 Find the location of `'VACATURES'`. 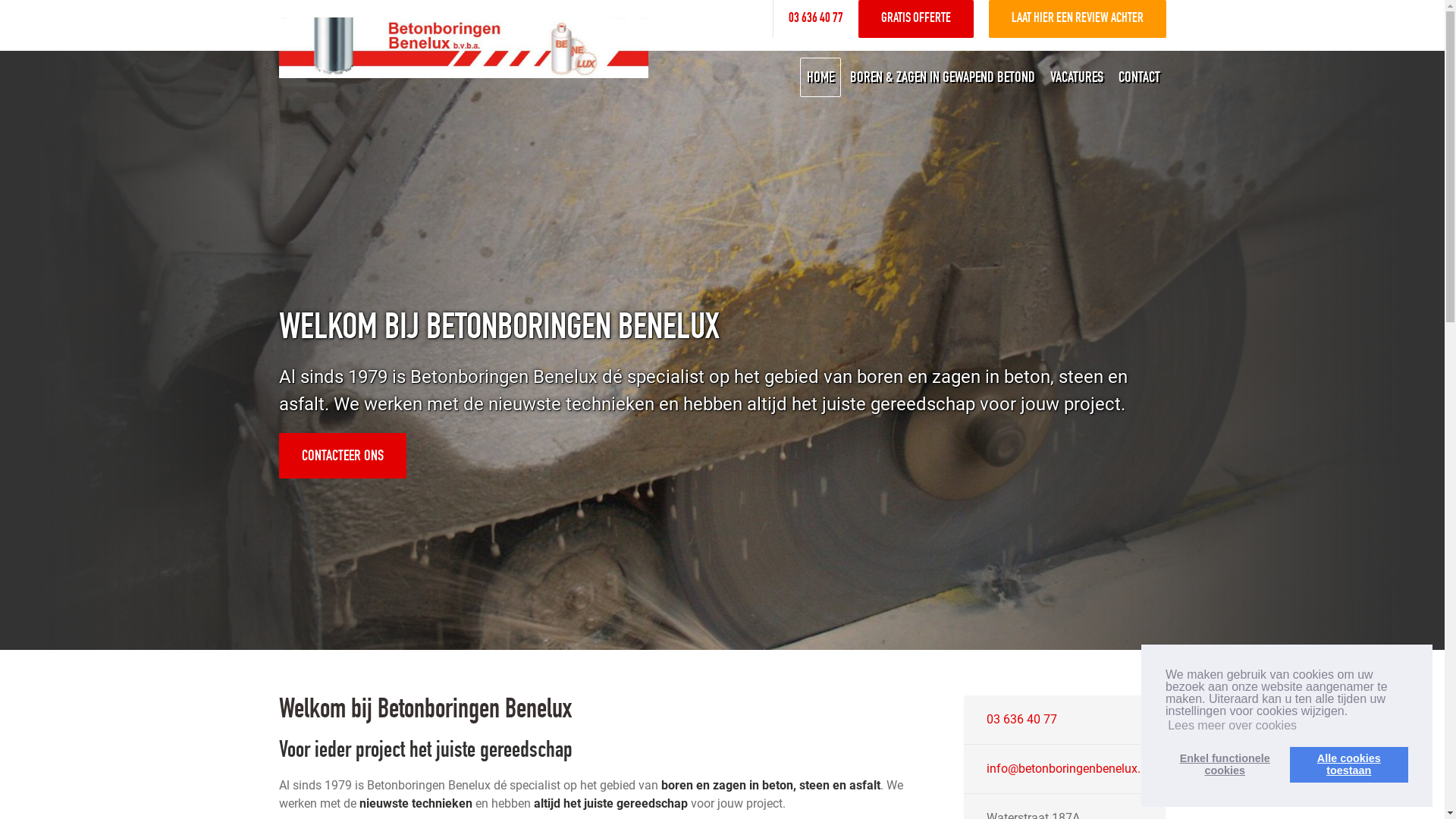

'VACATURES' is located at coordinates (1075, 77).